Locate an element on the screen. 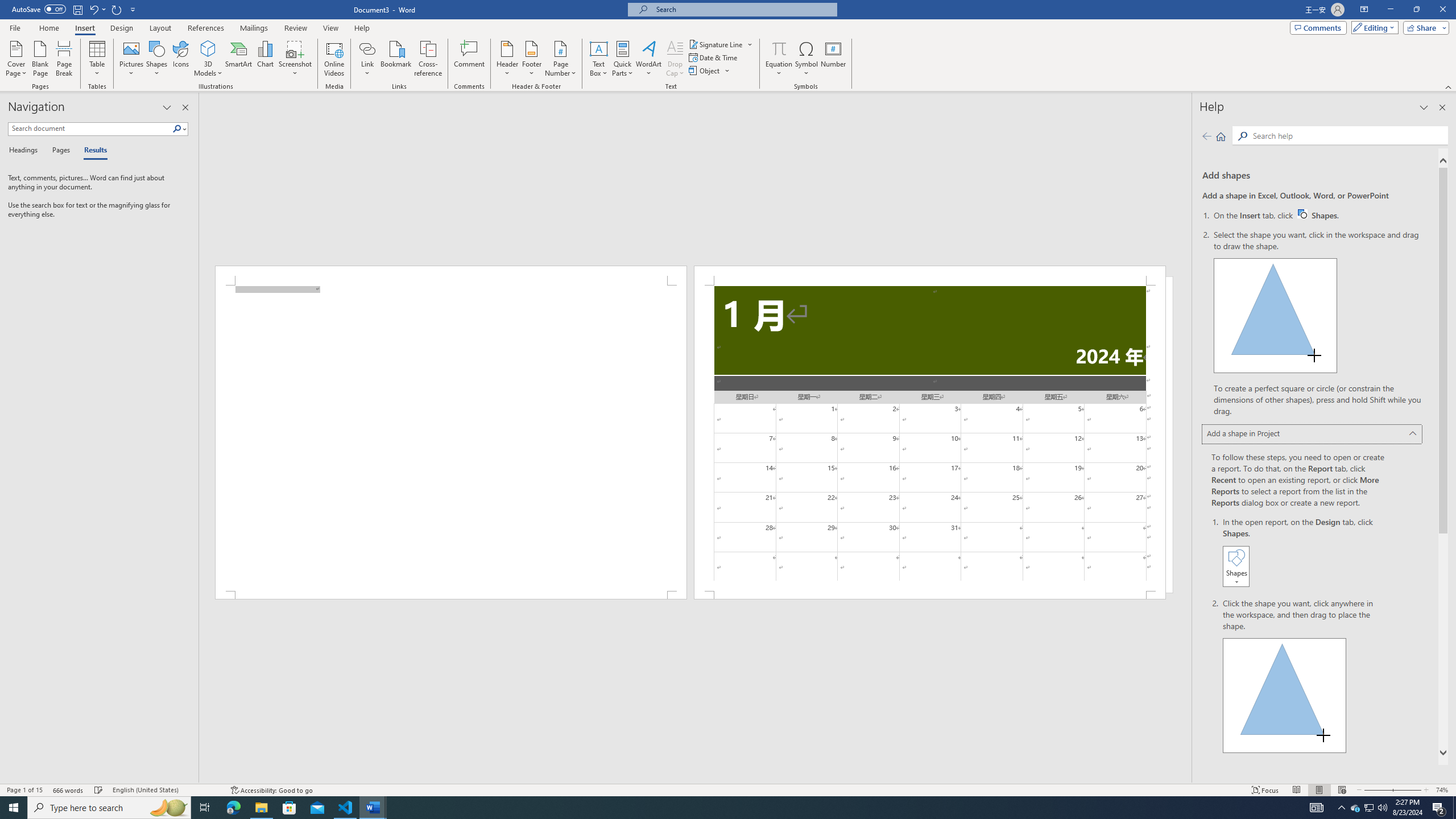 This screenshot has height=819, width=1456. 'Date & Time...' is located at coordinates (714, 56).